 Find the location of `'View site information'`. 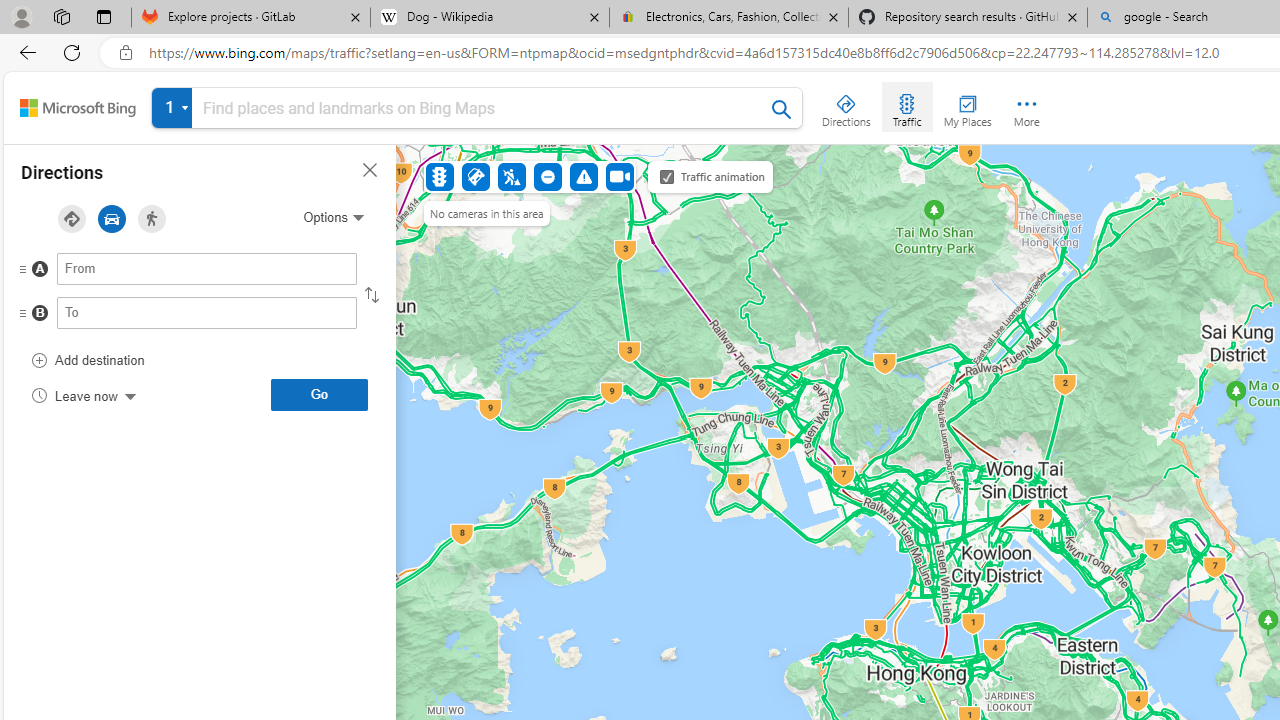

'View site information' is located at coordinates (125, 52).